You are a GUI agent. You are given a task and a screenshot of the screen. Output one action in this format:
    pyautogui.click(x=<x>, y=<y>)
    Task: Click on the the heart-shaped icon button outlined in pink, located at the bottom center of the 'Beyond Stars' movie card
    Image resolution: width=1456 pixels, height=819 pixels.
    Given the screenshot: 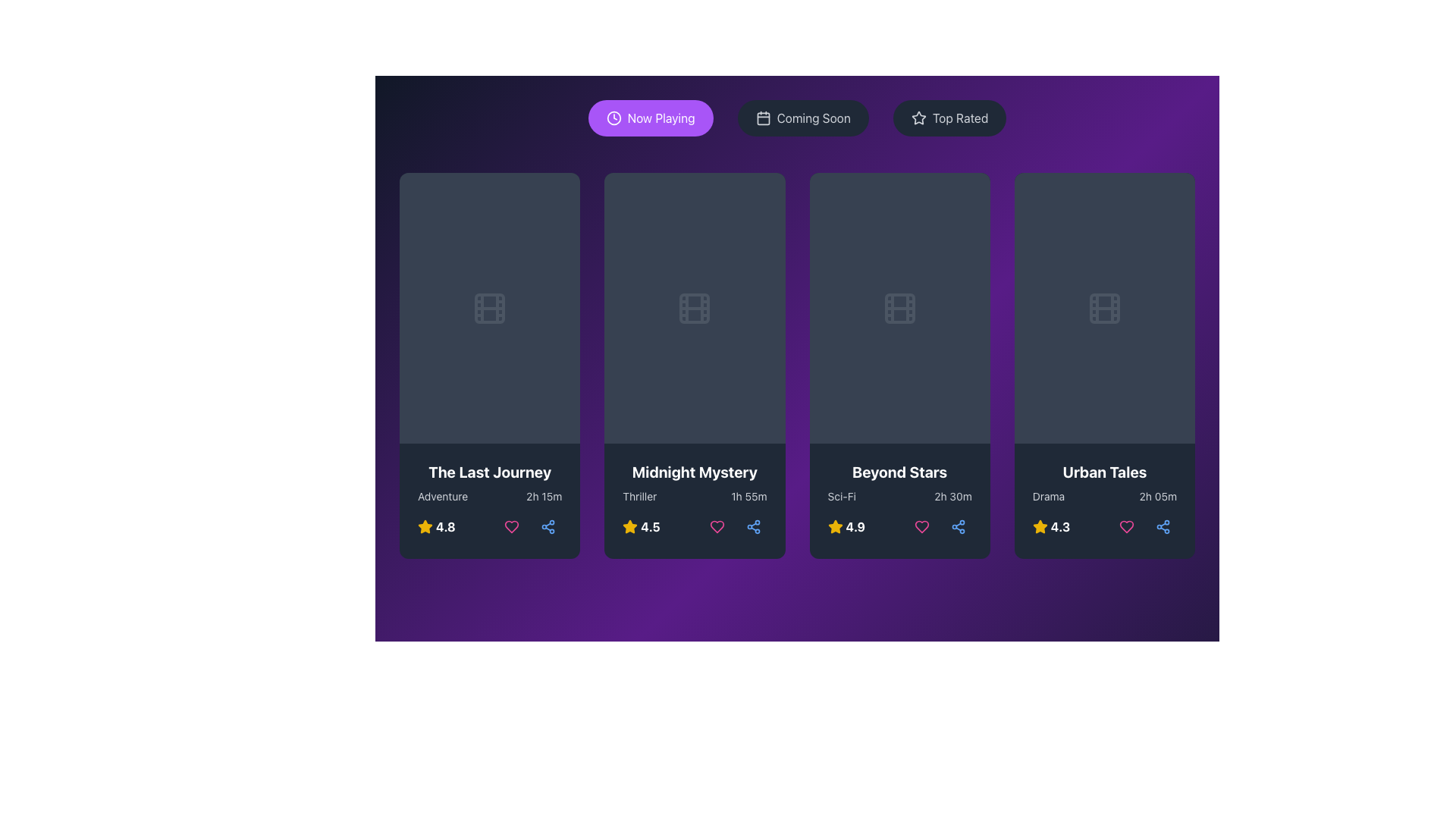 What is the action you would take?
    pyautogui.click(x=921, y=526)
    